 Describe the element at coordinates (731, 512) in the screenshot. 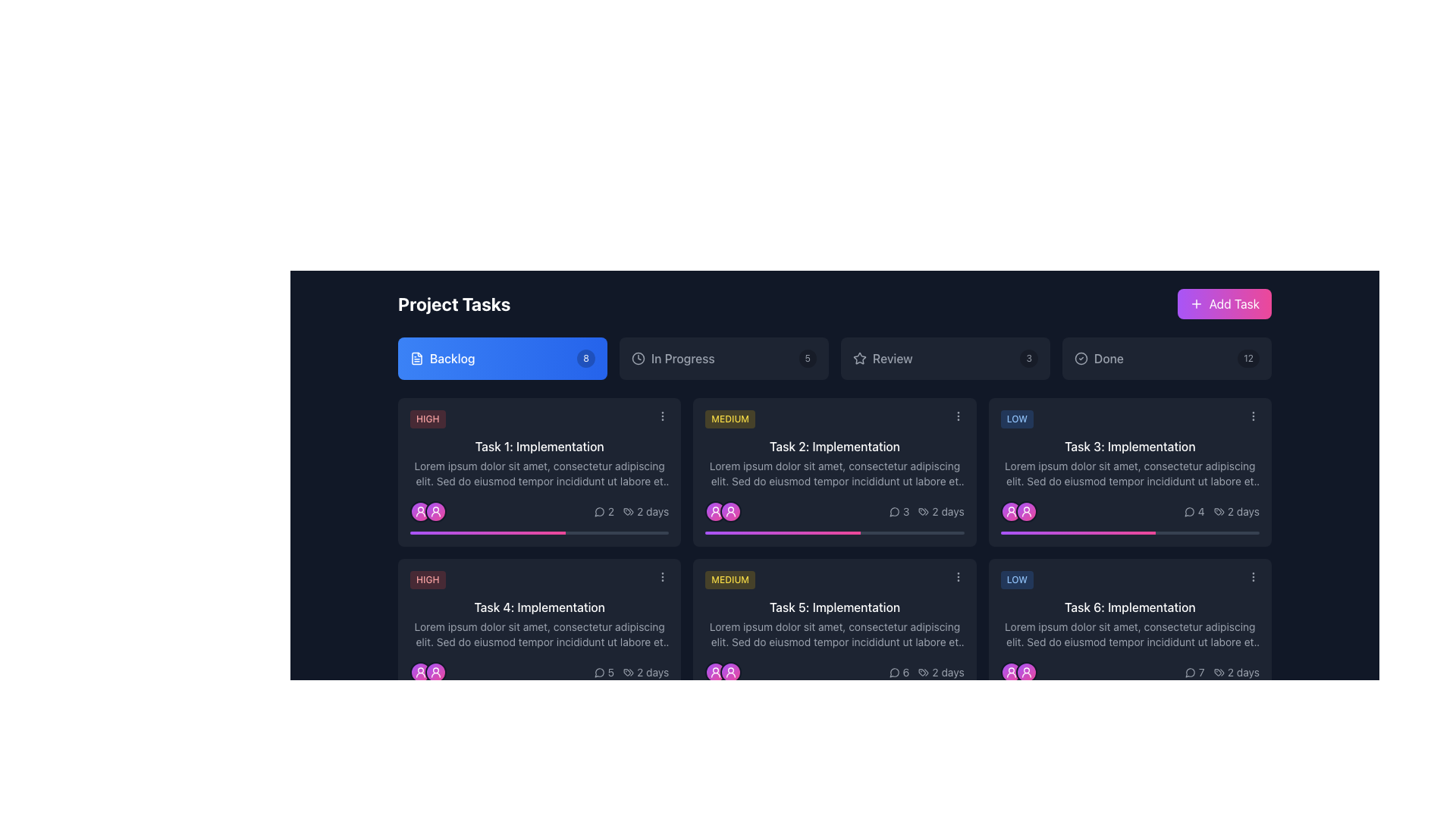

I see `the circular gradient Icon button with a purple-to-pink color scheme and a white user icon centered within` at that location.